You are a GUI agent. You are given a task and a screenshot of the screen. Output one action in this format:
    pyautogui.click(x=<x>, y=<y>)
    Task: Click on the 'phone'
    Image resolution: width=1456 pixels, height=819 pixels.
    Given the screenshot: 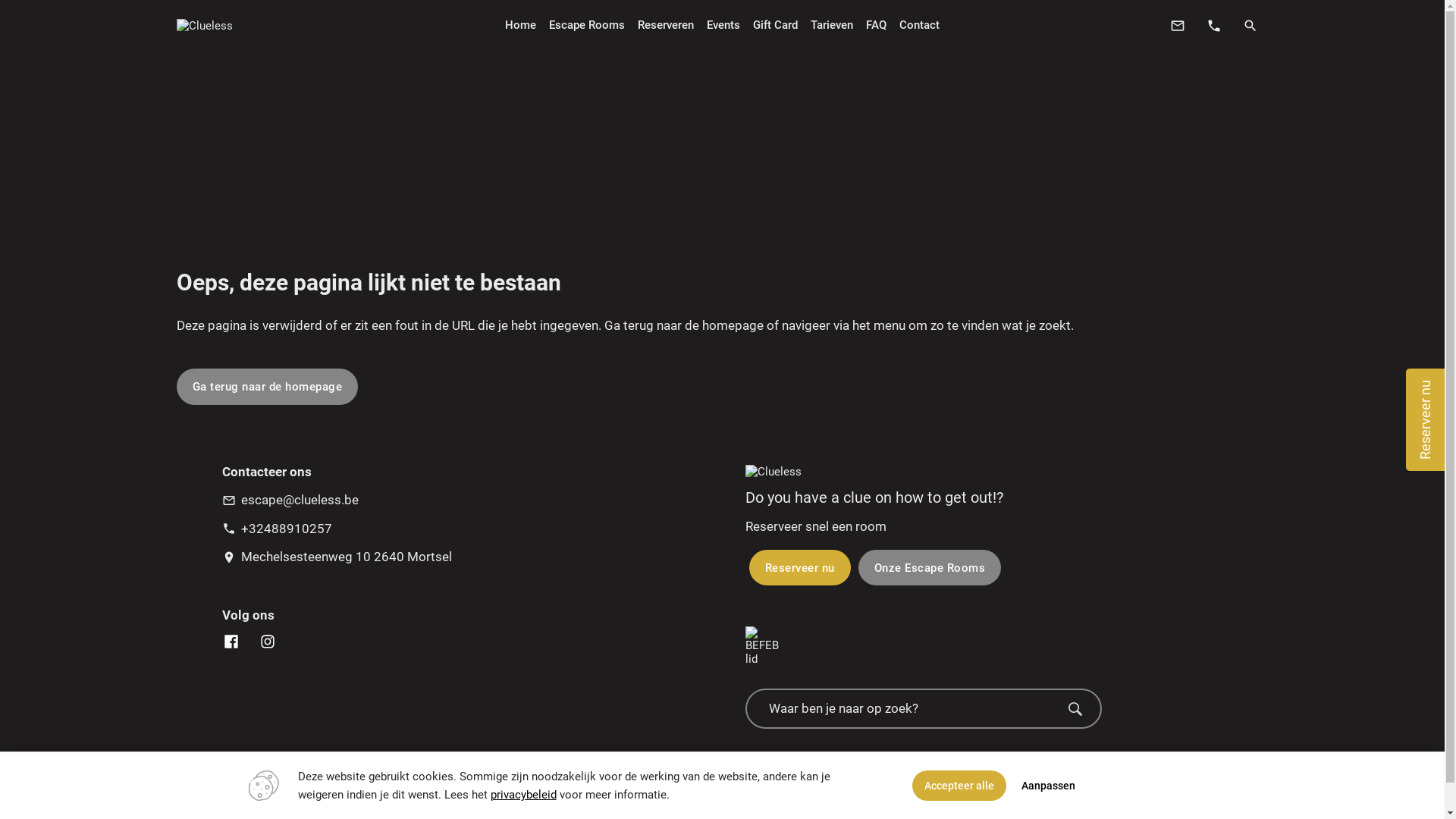 What is the action you would take?
    pyautogui.click(x=1212, y=25)
    